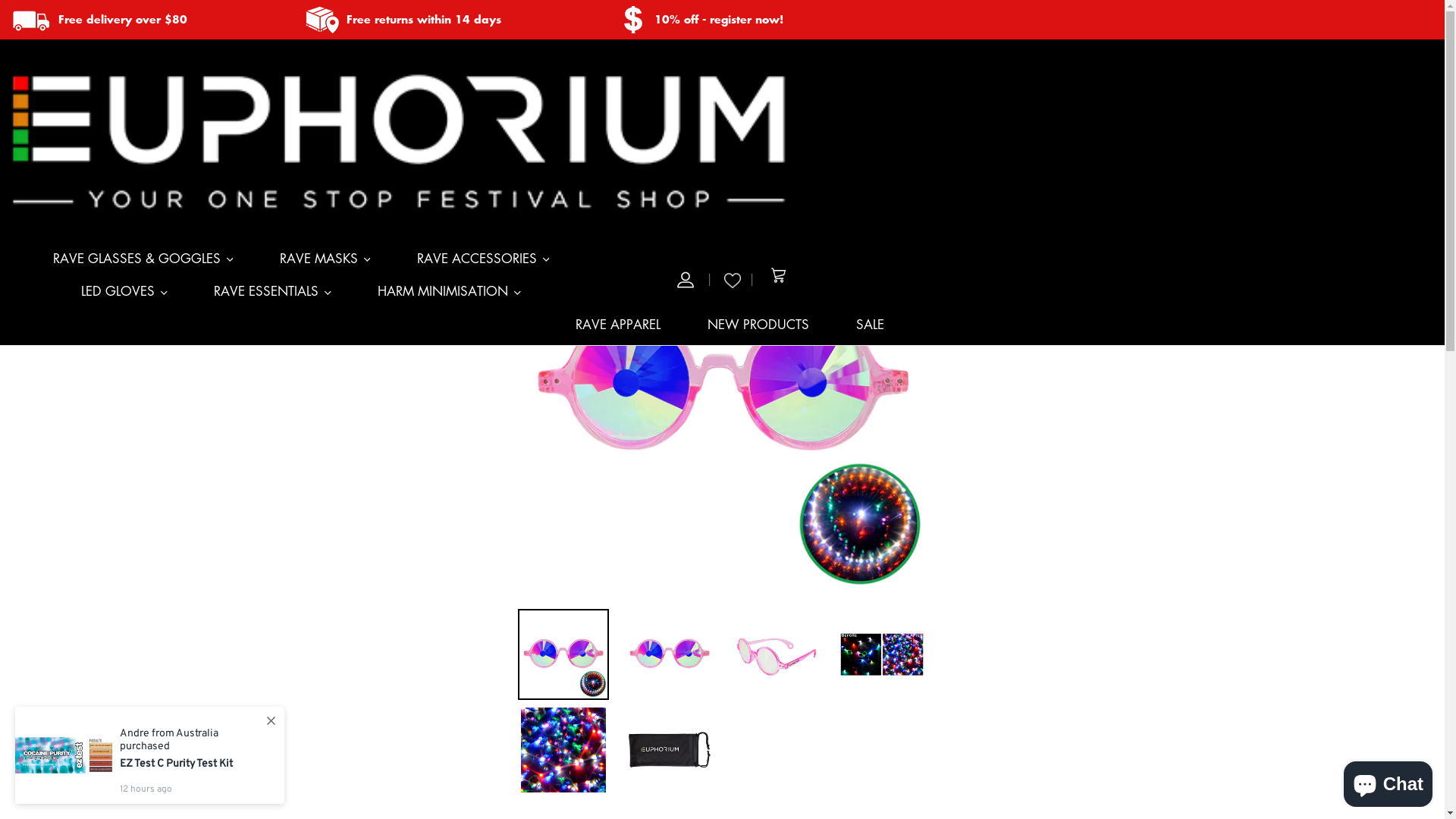 This screenshot has width=1456, height=819. I want to click on 'RAVE APPAREL', so click(618, 328).